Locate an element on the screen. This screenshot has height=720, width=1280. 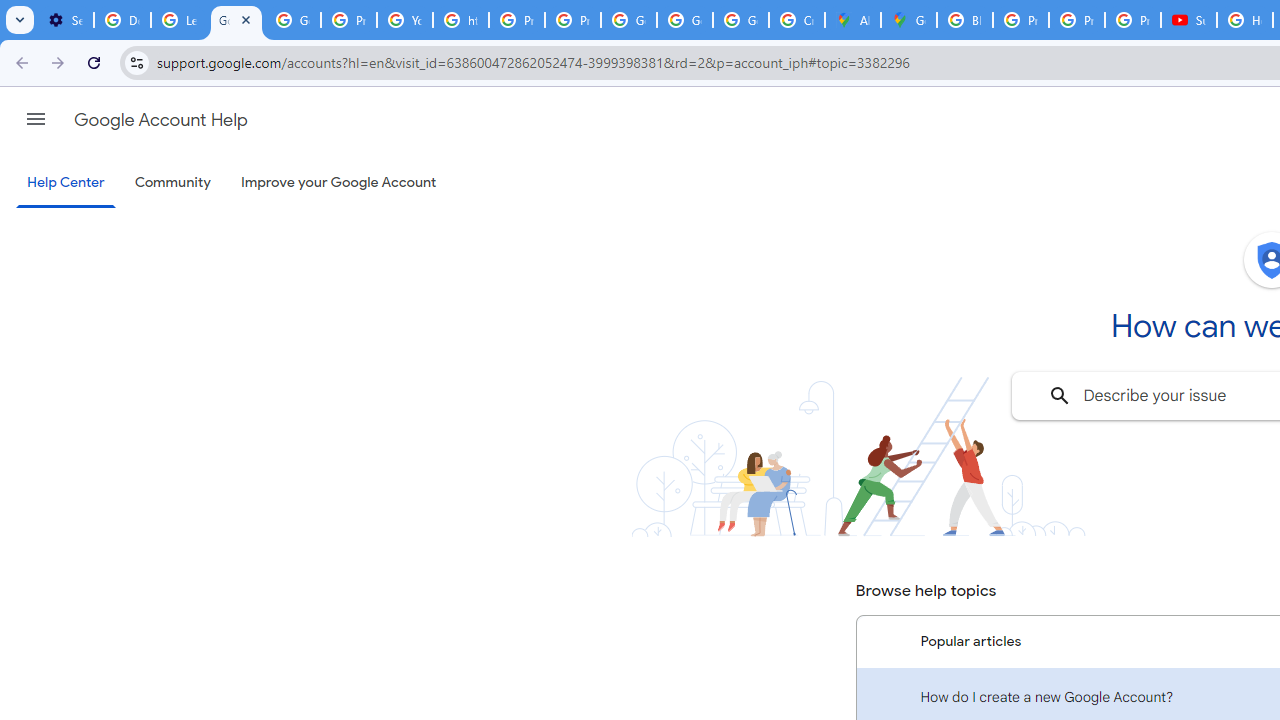
'YouTube' is located at coordinates (404, 20).